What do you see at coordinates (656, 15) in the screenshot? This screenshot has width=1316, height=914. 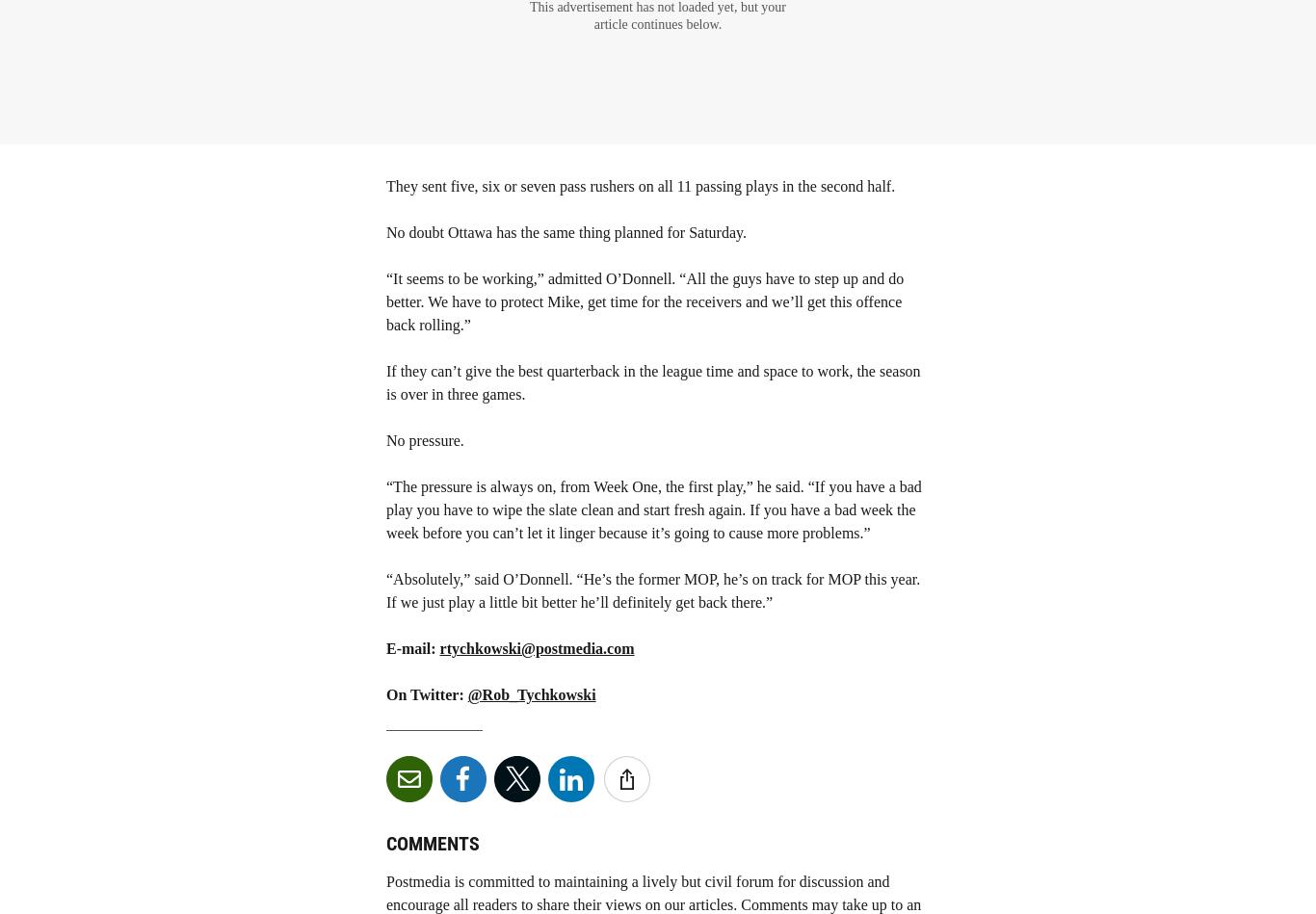 I see `'This advertisement has not loaded yet, but your article continues below.'` at bounding box center [656, 15].